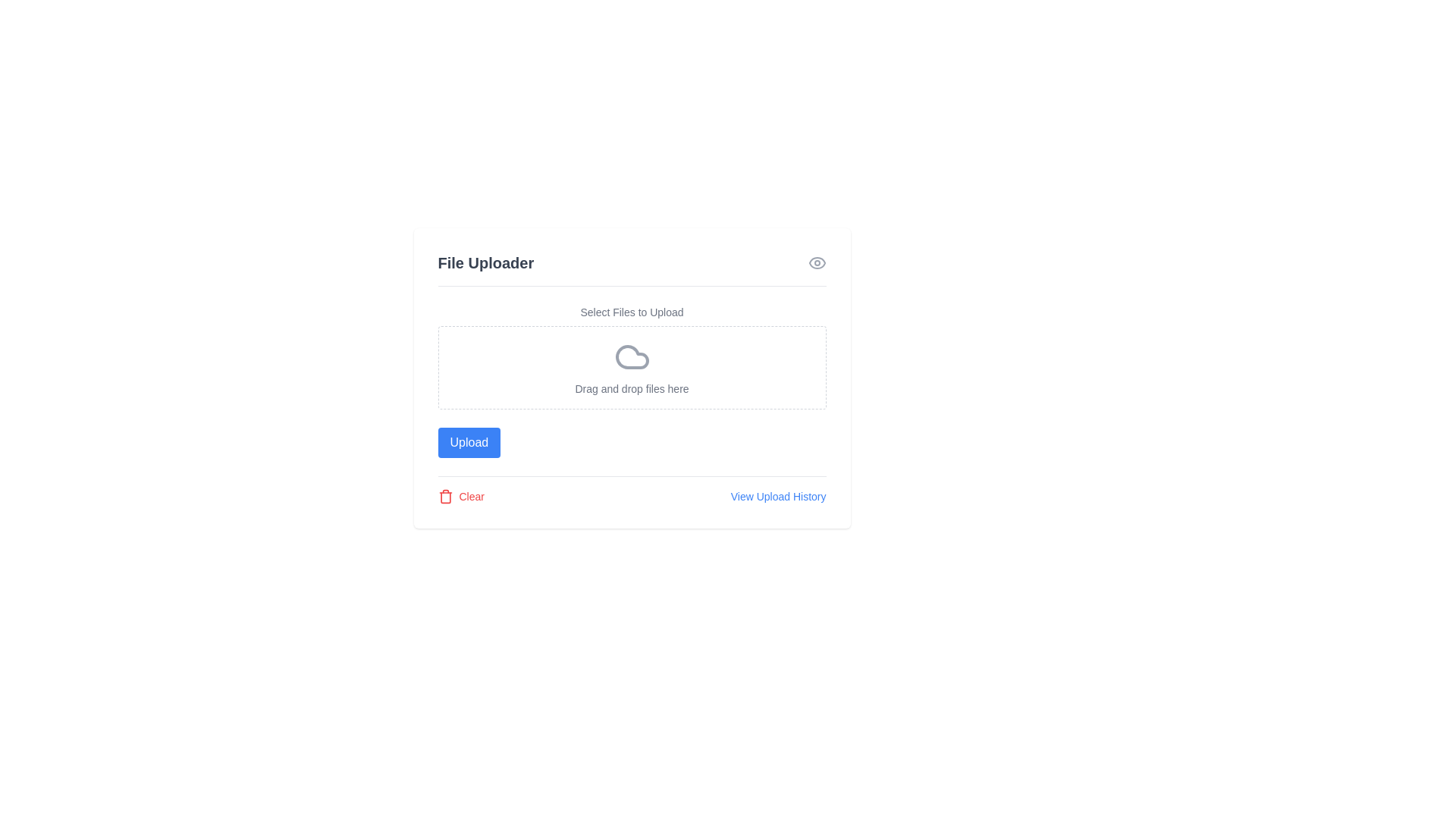 This screenshot has height=819, width=1456. I want to click on the deletion icon located in the lower-left section of the interface, to the left of the 'Clear' label, which serves as a visual indicator for clearing current file uploads, so click(444, 497).